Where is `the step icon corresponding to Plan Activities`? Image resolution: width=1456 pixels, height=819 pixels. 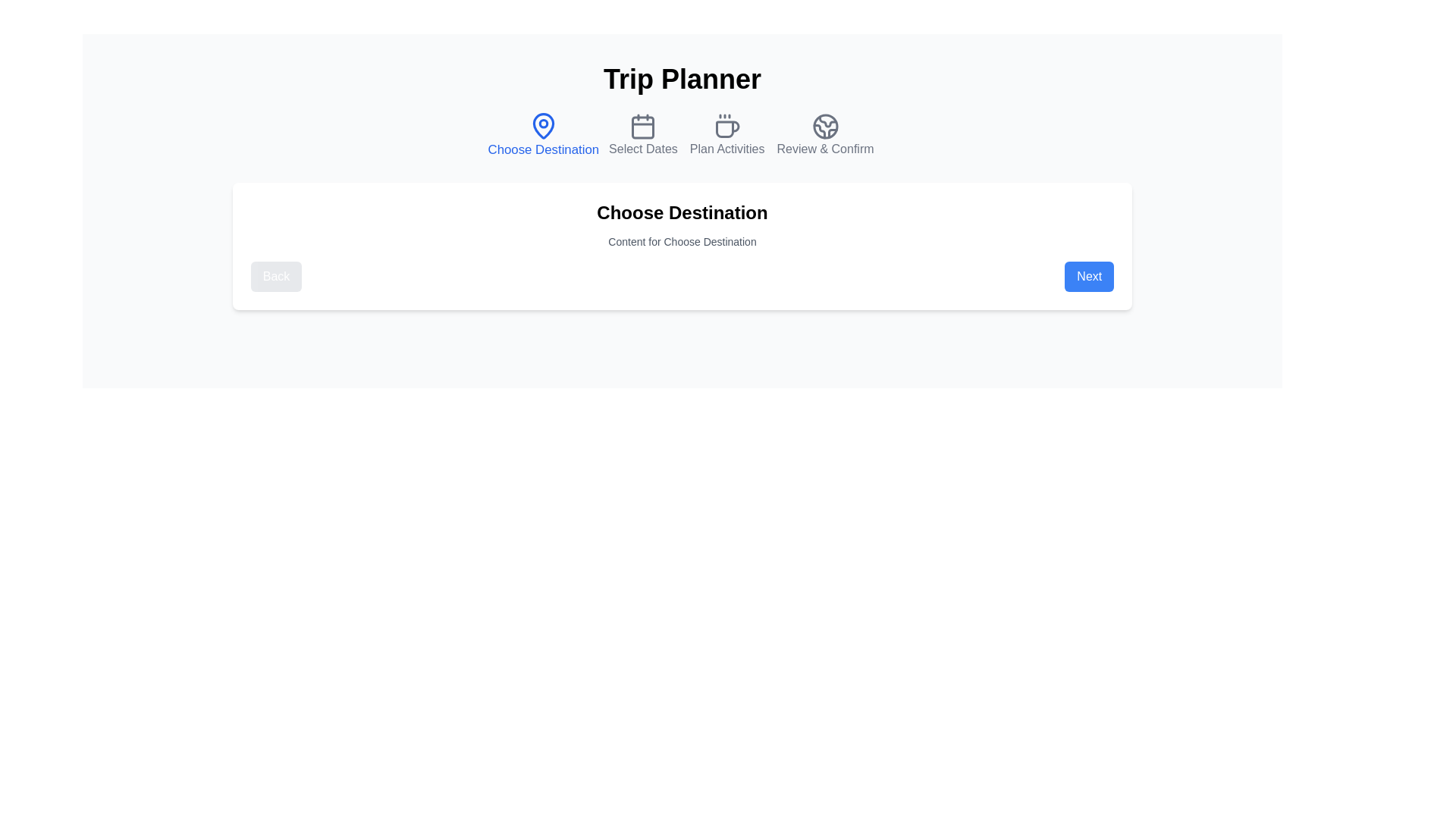 the step icon corresponding to Plan Activities is located at coordinates (726, 134).